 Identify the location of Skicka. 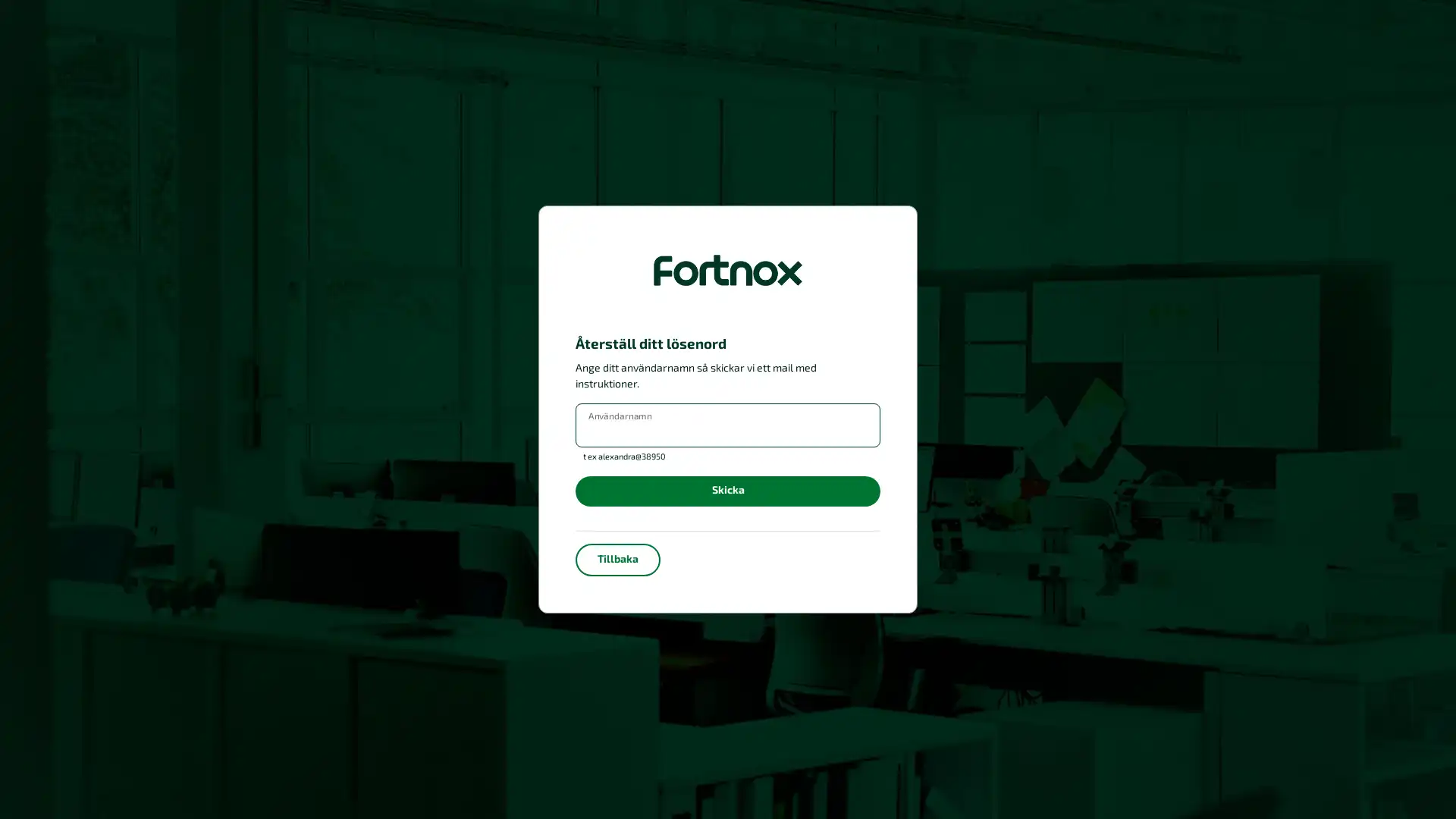
(728, 491).